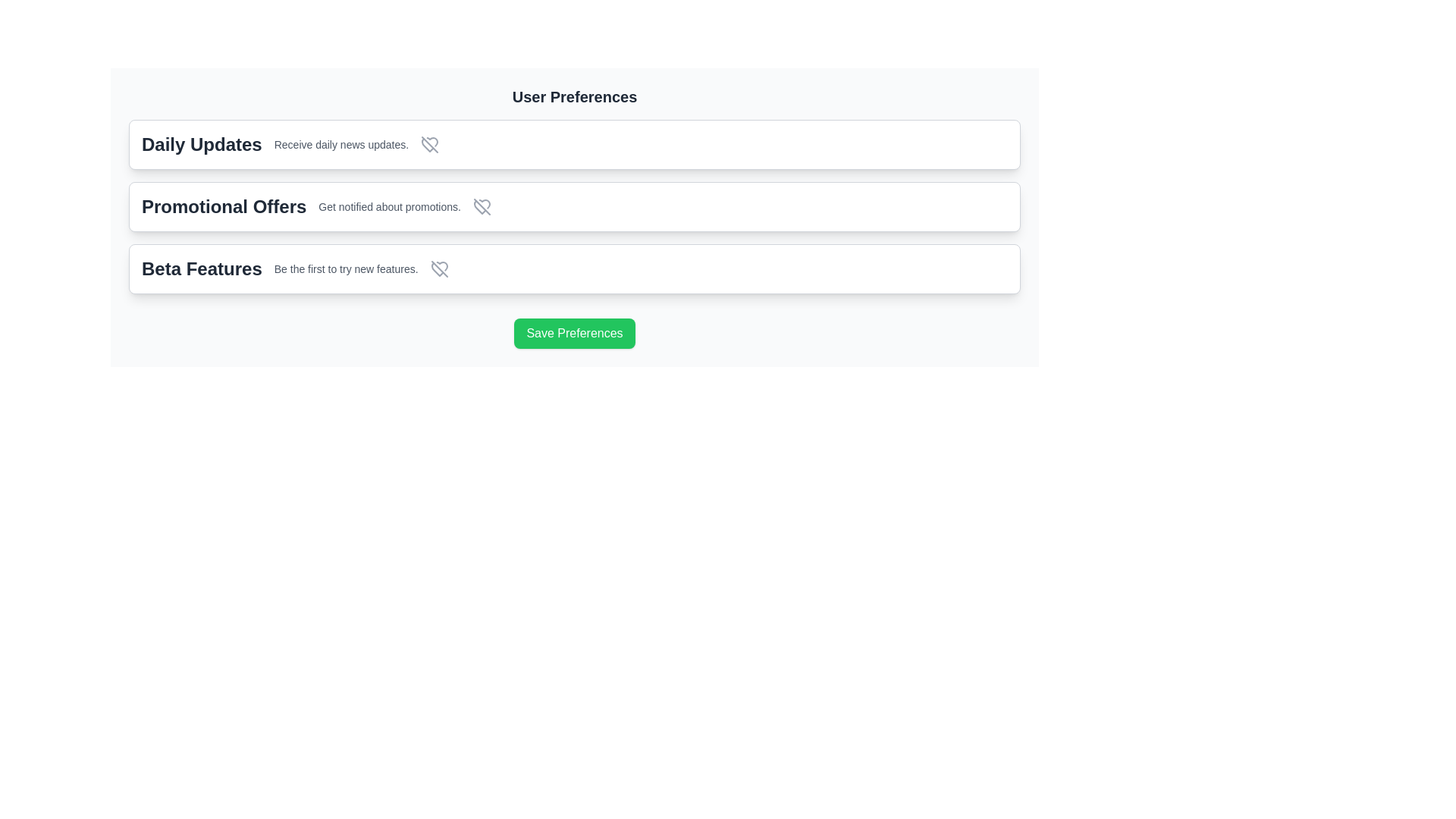 This screenshot has width=1456, height=819. I want to click on the thin diagonal line crossing the heart icon, indicating a 'heart-off' state, located next to 'Promotional Offers' in the user preference settings panel, so click(481, 207).